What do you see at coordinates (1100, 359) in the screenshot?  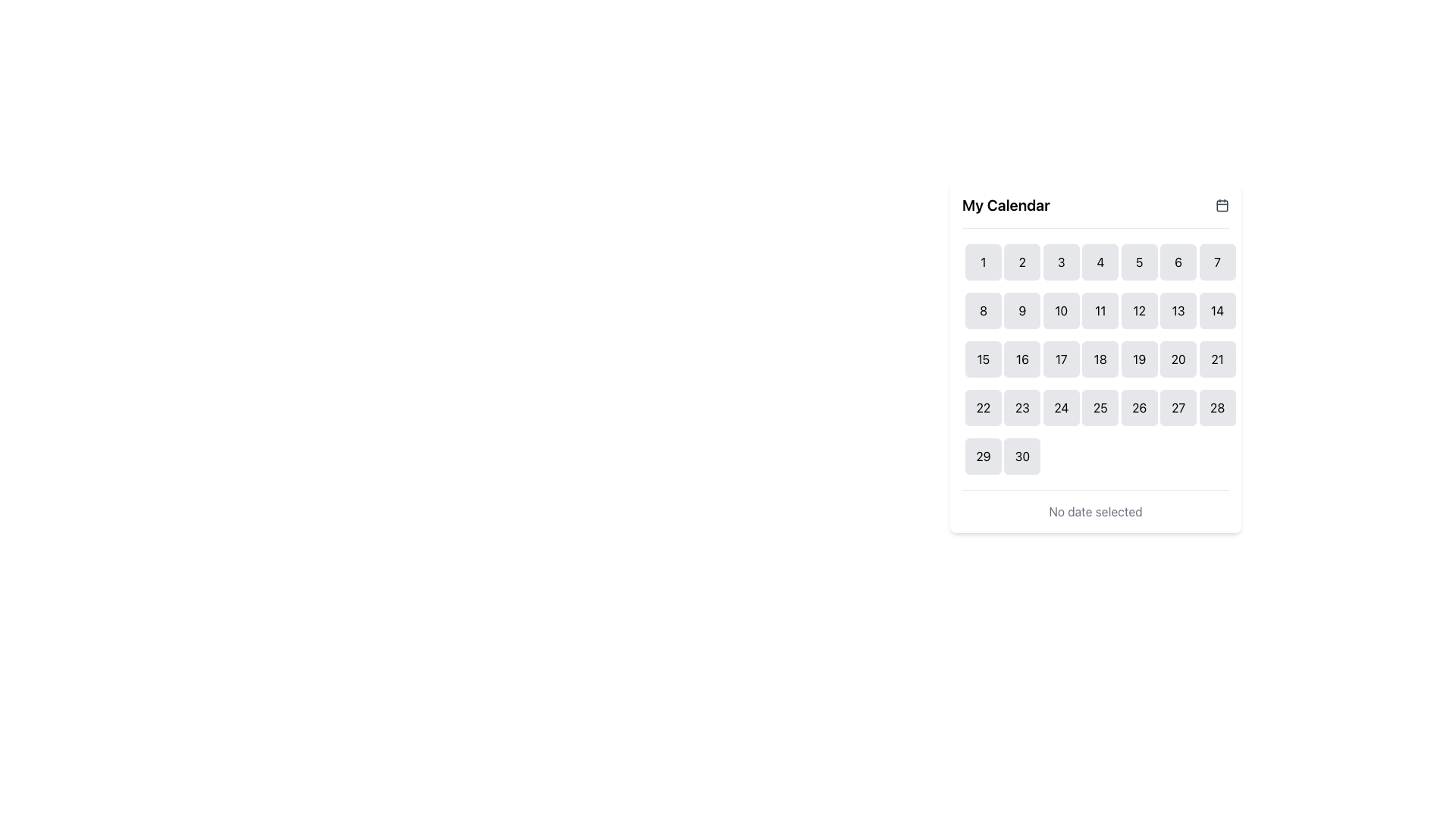 I see `the square button with rounded edges and a gray background containing the number '18'` at bounding box center [1100, 359].